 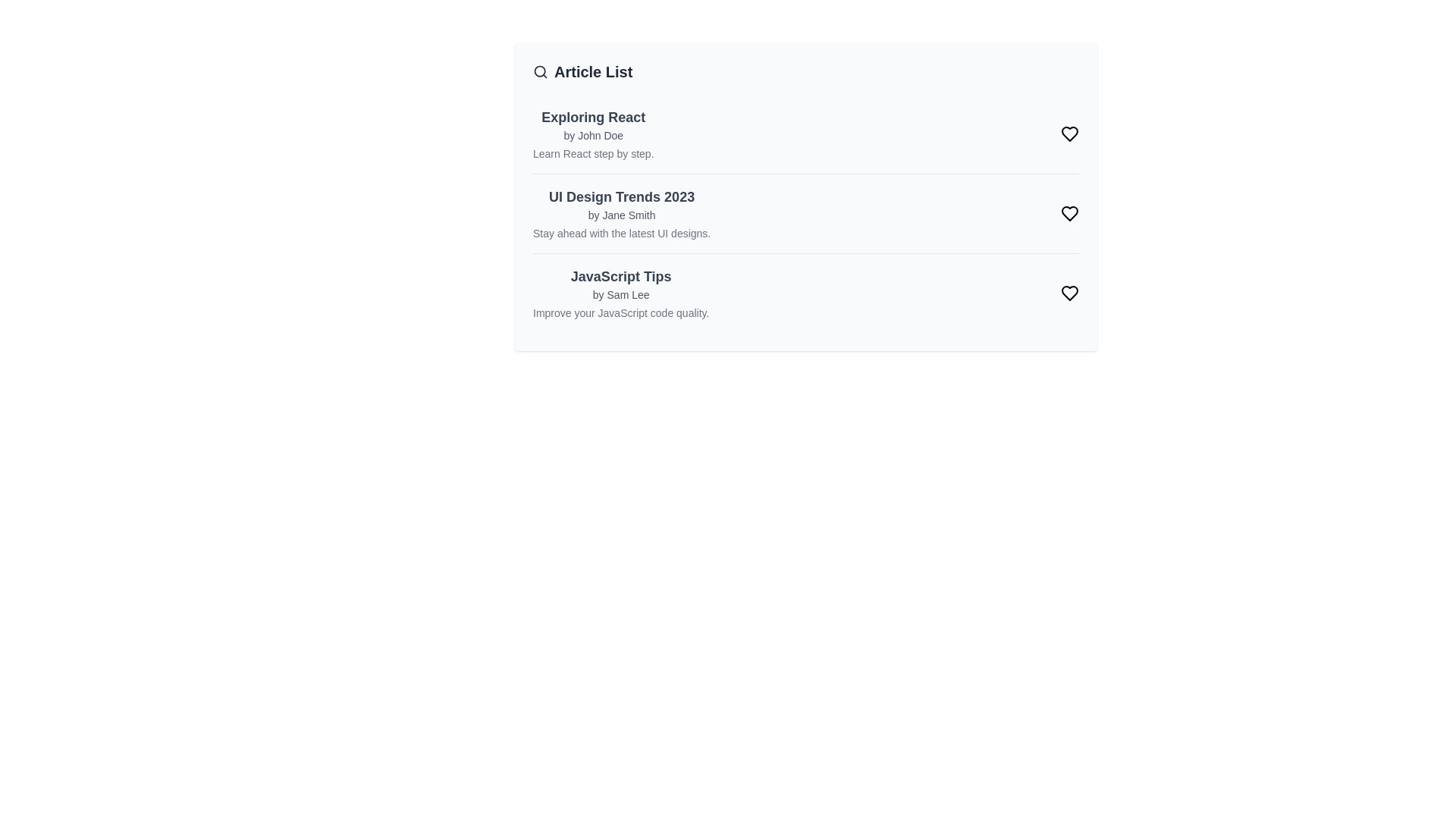 What do you see at coordinates (592, 116) in the screenshot?
I see `the article titled Exploring React to read its title and snippet` at bounding box center [592, 116].